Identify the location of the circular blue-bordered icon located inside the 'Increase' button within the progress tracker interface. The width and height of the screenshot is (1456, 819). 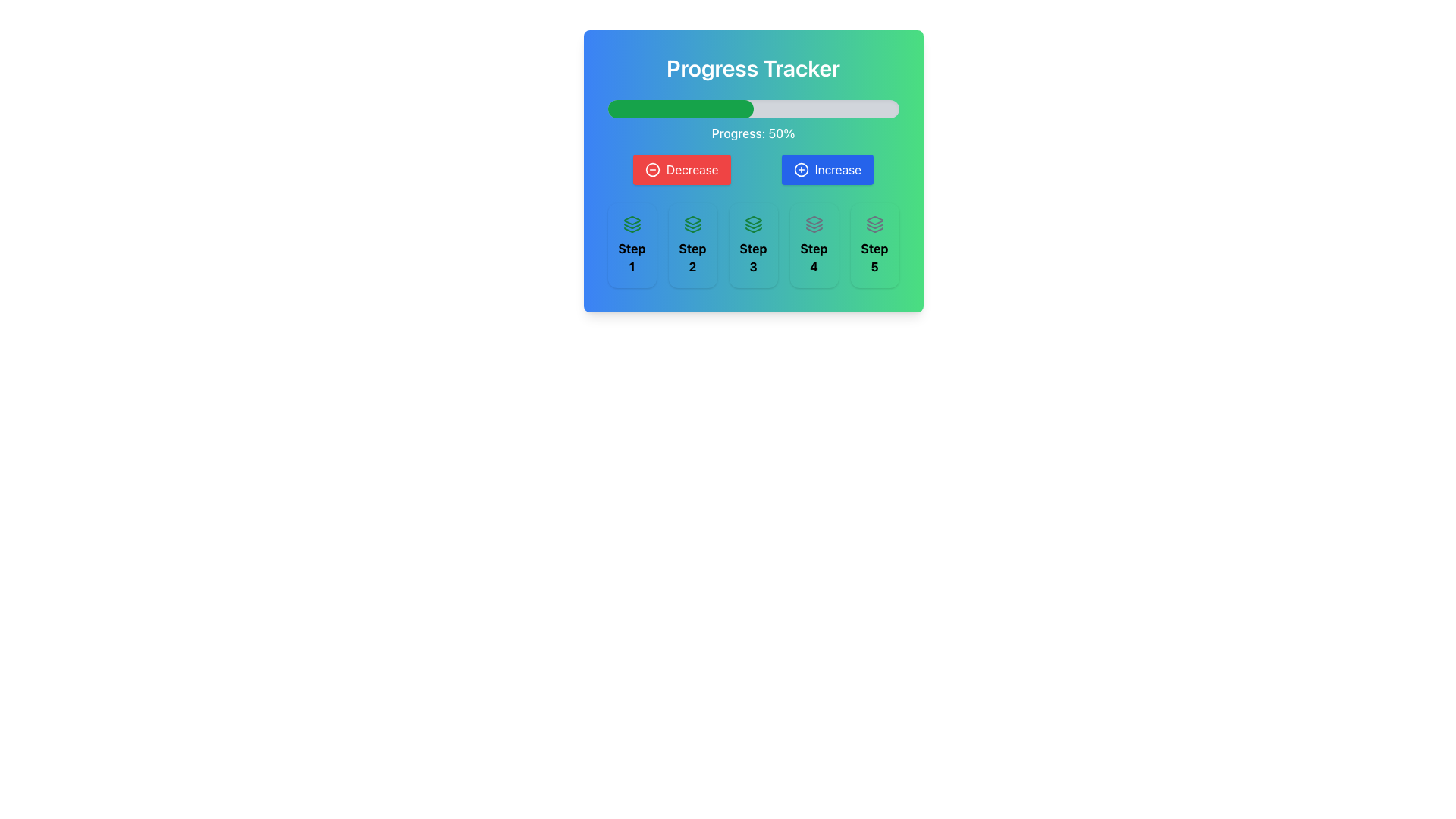
(800, 169).